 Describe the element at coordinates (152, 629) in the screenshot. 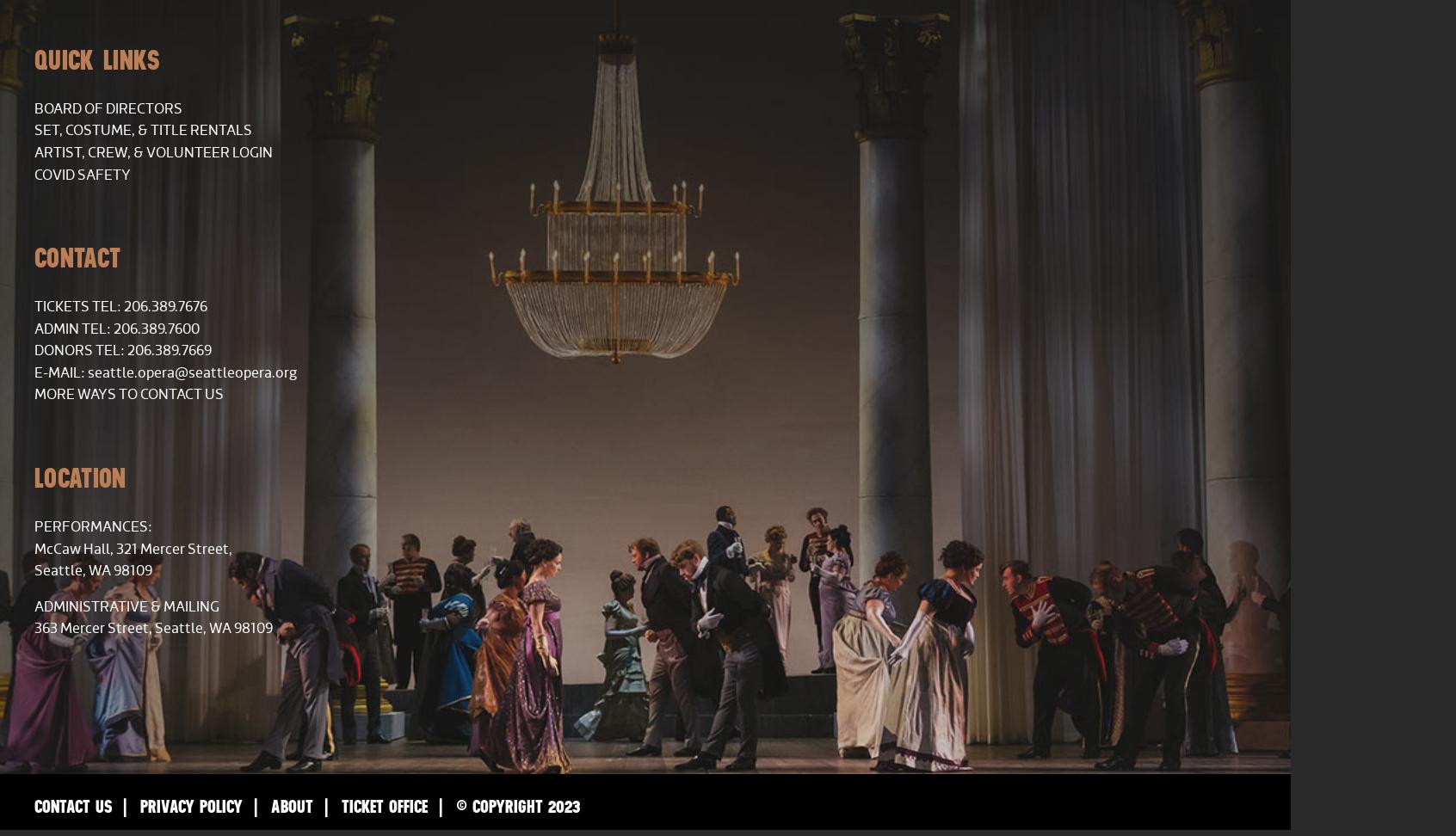

I see `'363 Mercer Street, Seattle, WA 98109'` at that location.